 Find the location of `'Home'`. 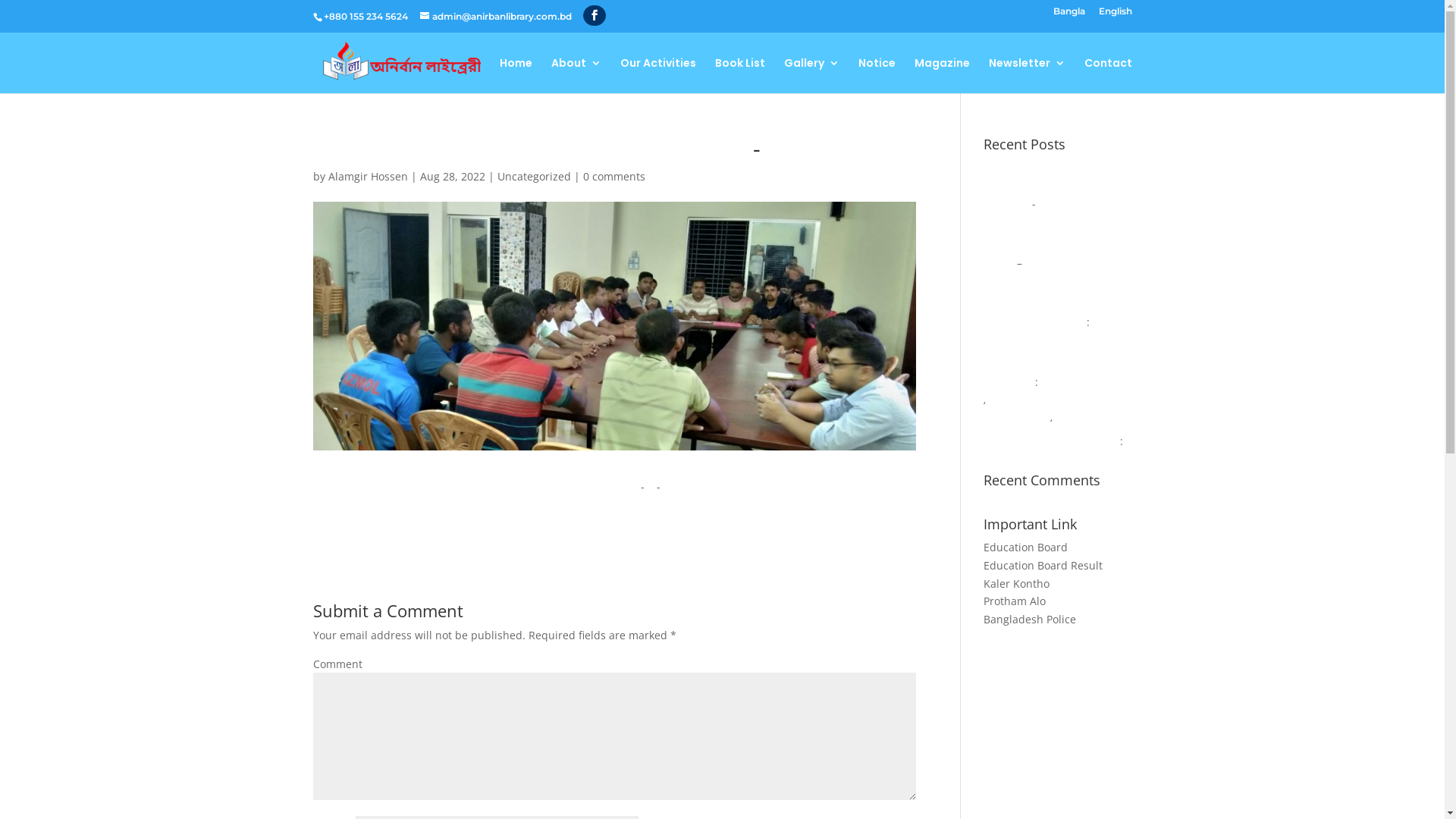

'Home' is located at coordinates (515, 75).